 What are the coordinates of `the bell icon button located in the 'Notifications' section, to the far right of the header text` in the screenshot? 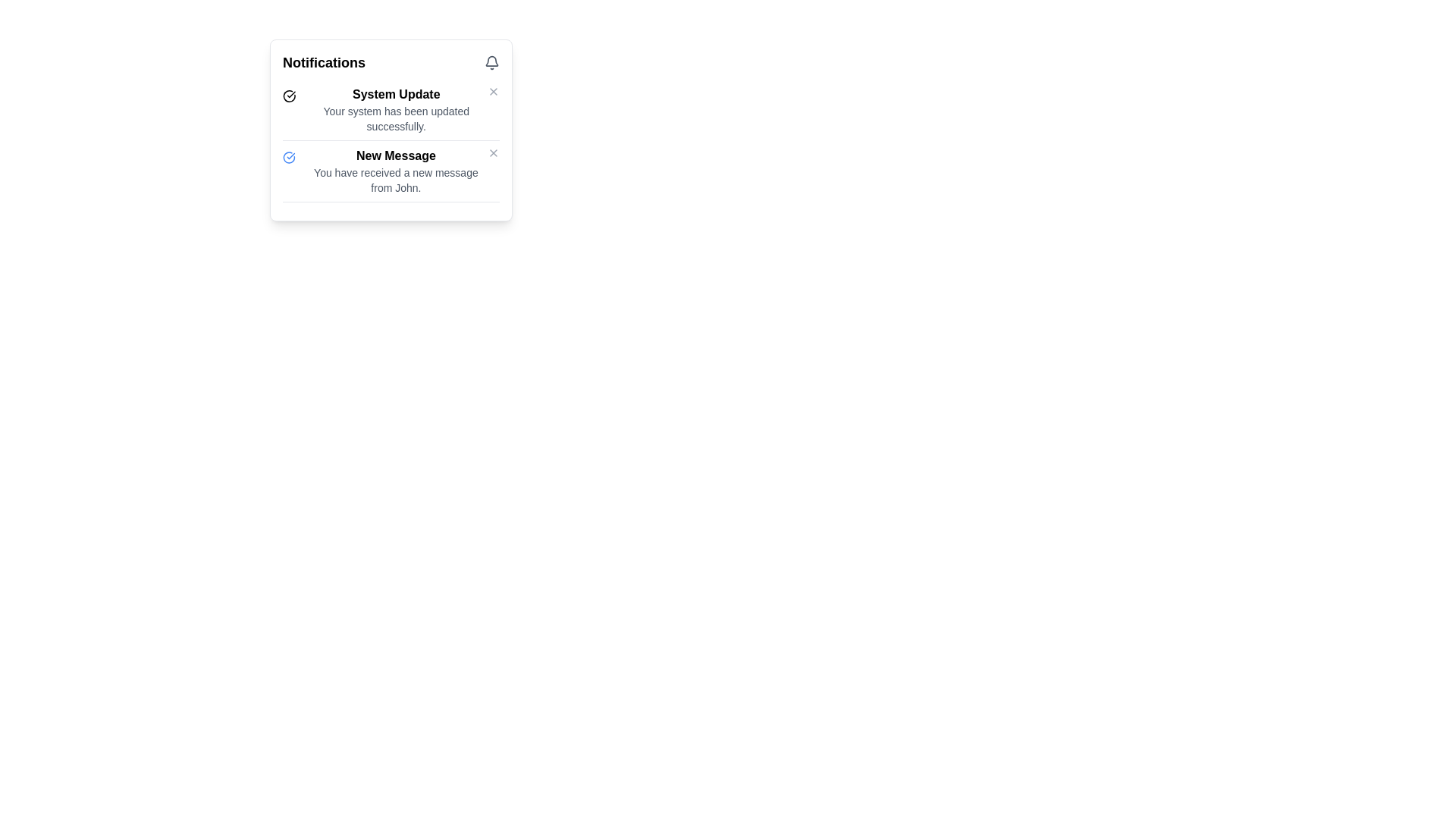 It's located at (491, 62).